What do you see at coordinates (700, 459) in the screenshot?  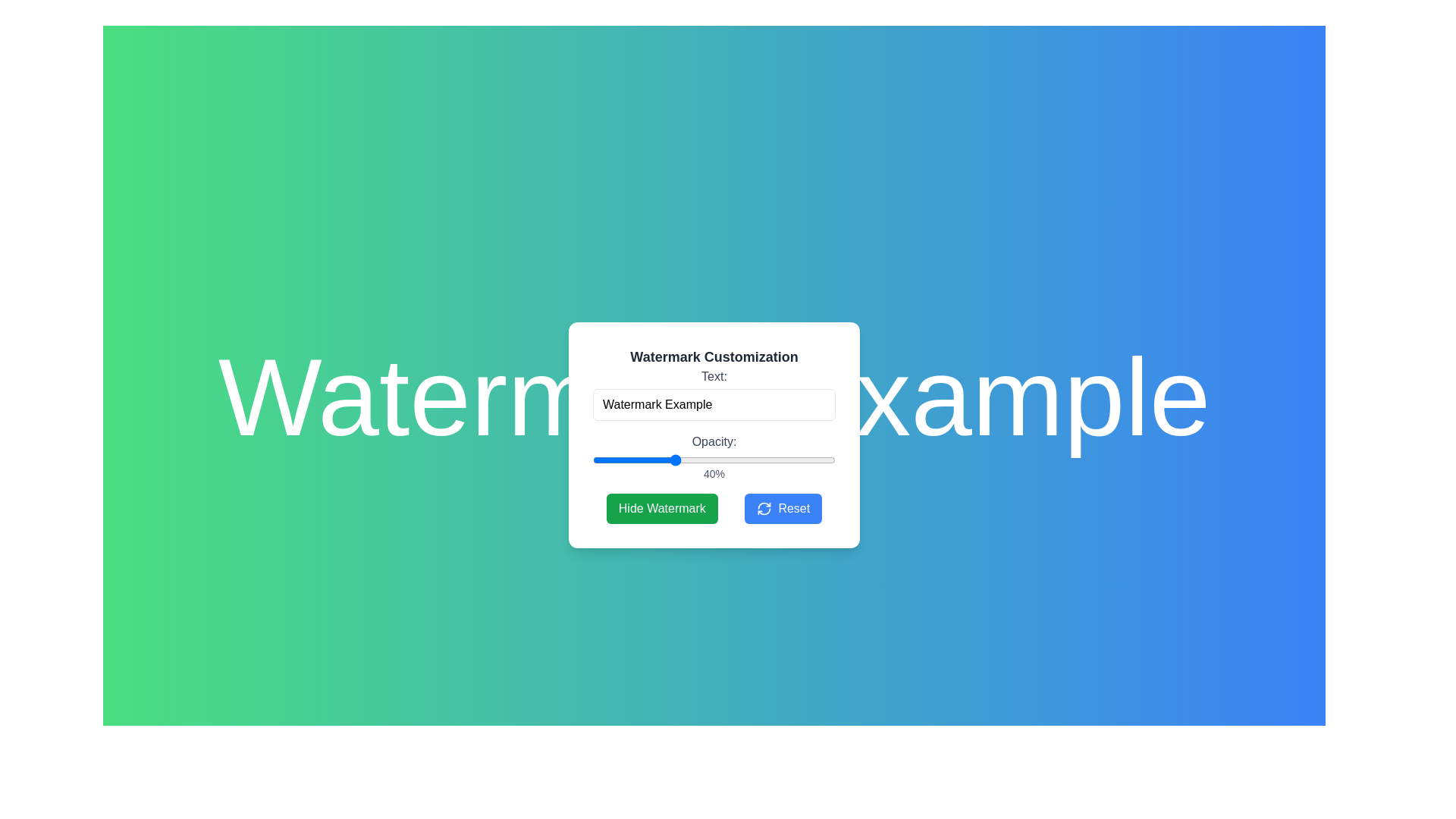 I see `opacity` at bounding box center [700, 459].